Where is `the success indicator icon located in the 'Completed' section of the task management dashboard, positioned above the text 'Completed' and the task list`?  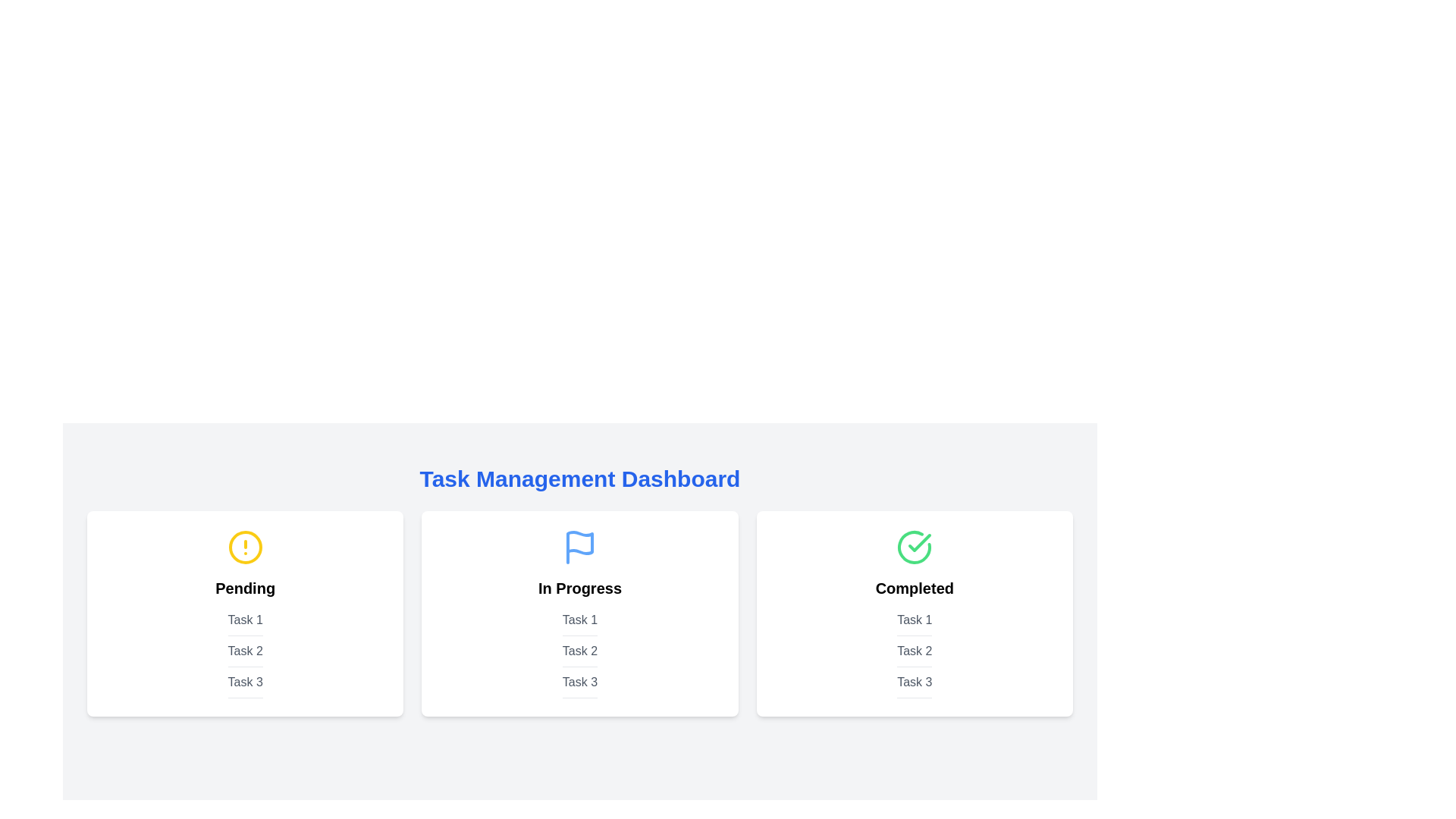
the success indicator icon located in the 'Completed' section of the task management dashboard, positioned above the text 'Completed' and the task list is located at coordinates (914, 547).